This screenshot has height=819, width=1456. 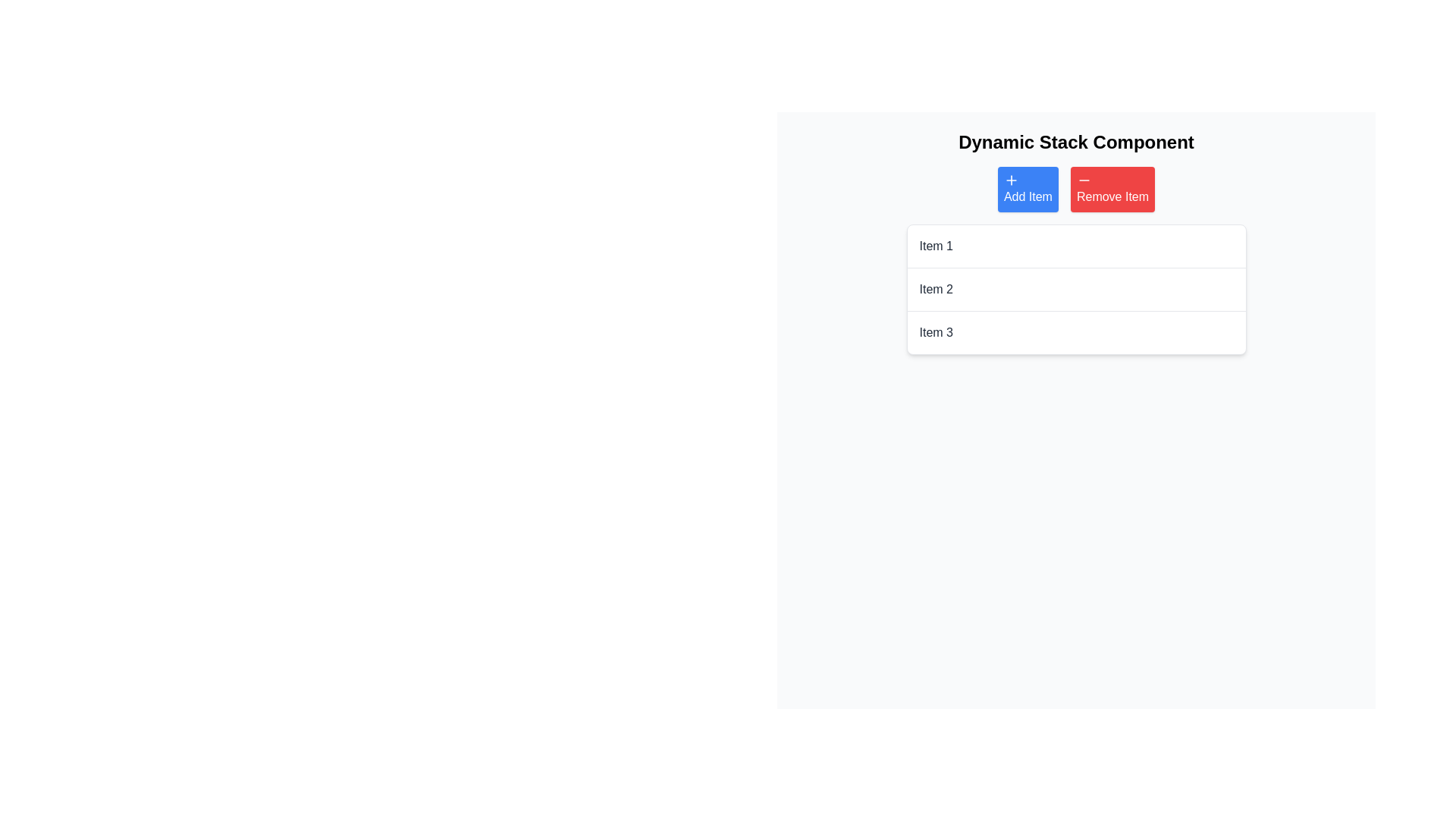 I want to click on the Static Text element displaying 'Item 1' in gray, located in the first row of a vertical list of items, so click(x=935, y=245).